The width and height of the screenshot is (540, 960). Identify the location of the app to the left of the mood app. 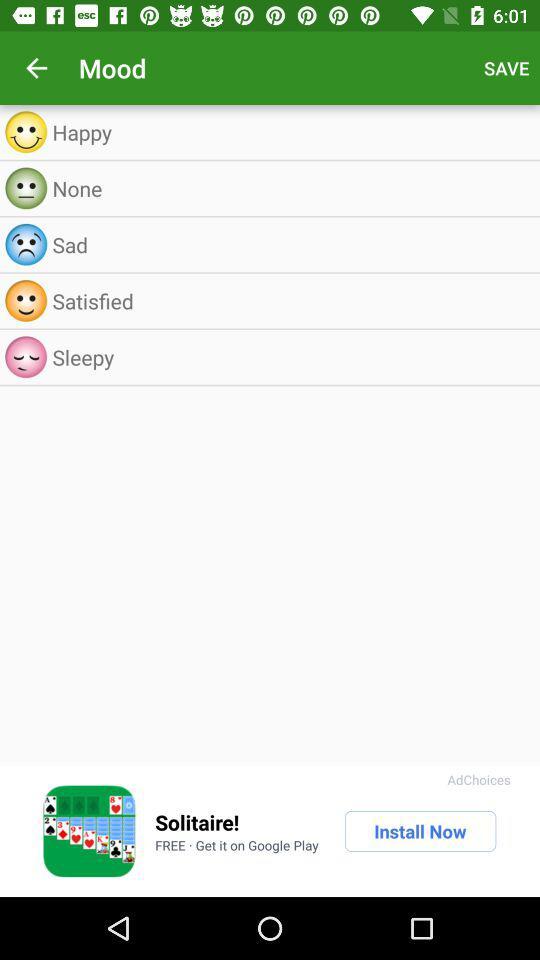
(36, 68).